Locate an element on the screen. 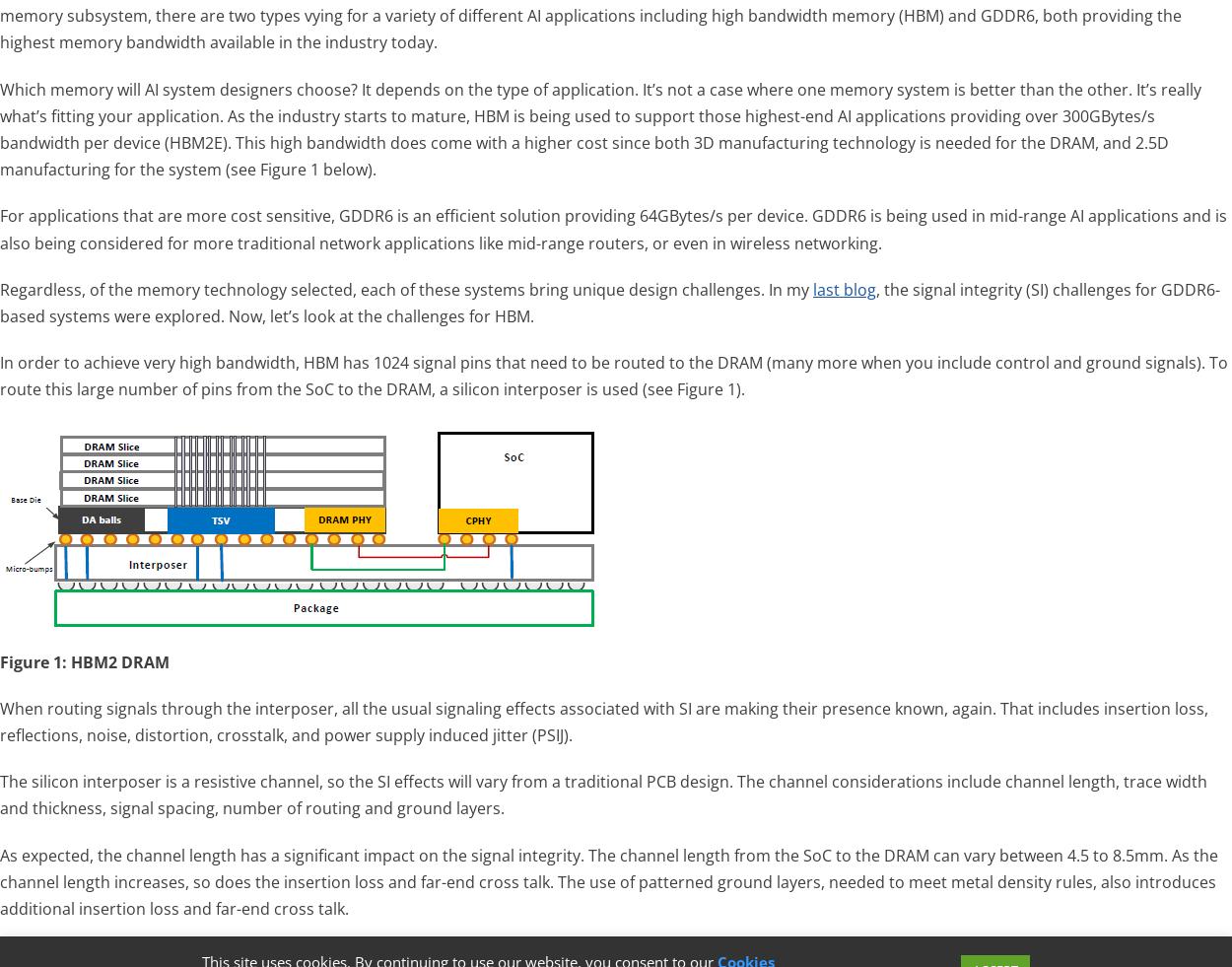  'Which memory will AI system designers choose? It depends on the type of application. It’s not a case where one memory system is better than the other. It’s really what’s fitting your application. As the industry starts to mature, HBM is being used to support those highest-end AI applications providing over 300GBytes/s bandwidth per device (HBM2E). This high bandwidth does come with a higher cost since both 3D manufacturing technology is needed for the DRAM, and 2.5D manufacturing for the system (see Figure 1 below).' is located at coordinates (599, 127).